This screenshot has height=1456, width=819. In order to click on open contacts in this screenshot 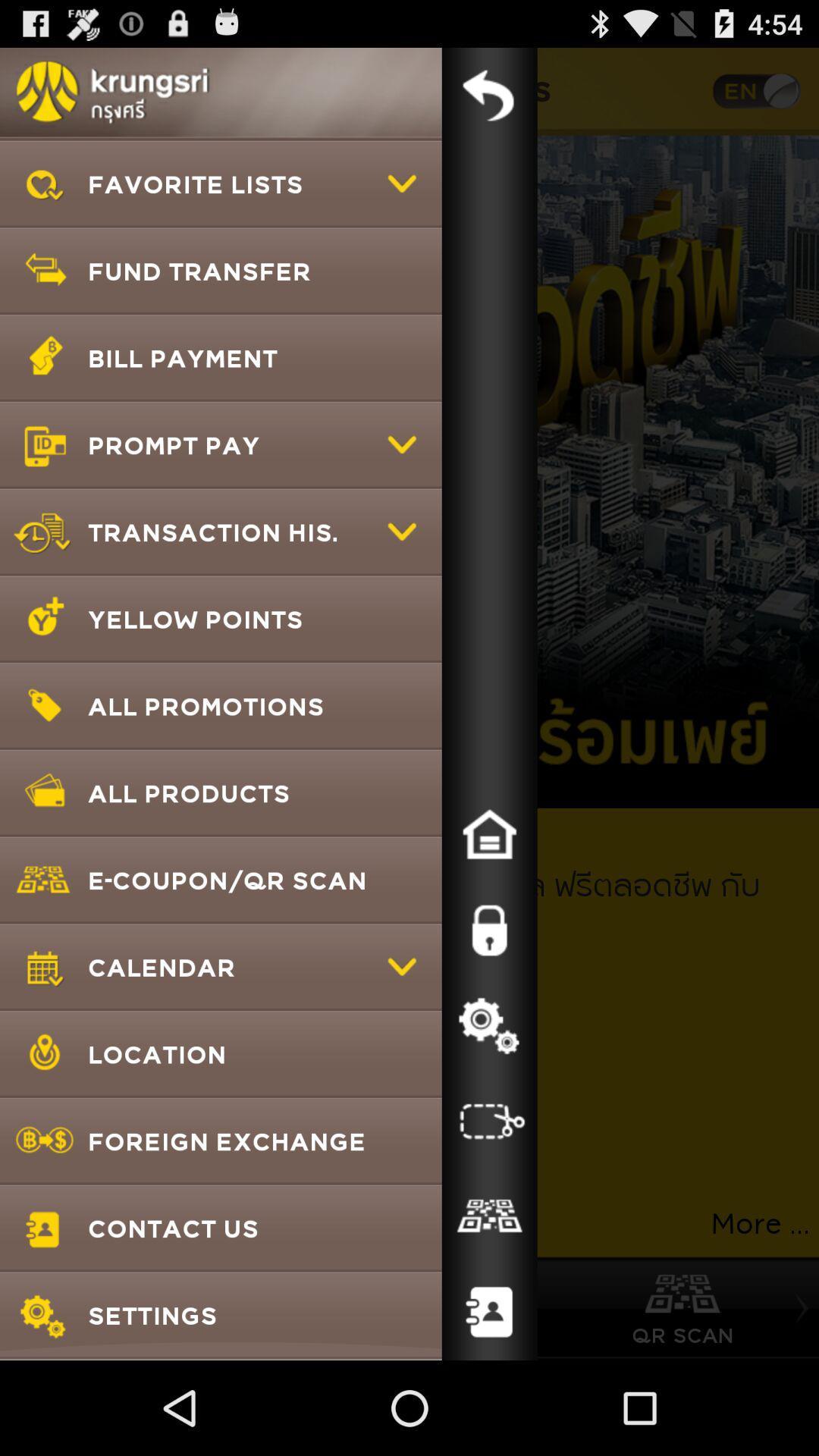, I will do `click(489, 1312)`.